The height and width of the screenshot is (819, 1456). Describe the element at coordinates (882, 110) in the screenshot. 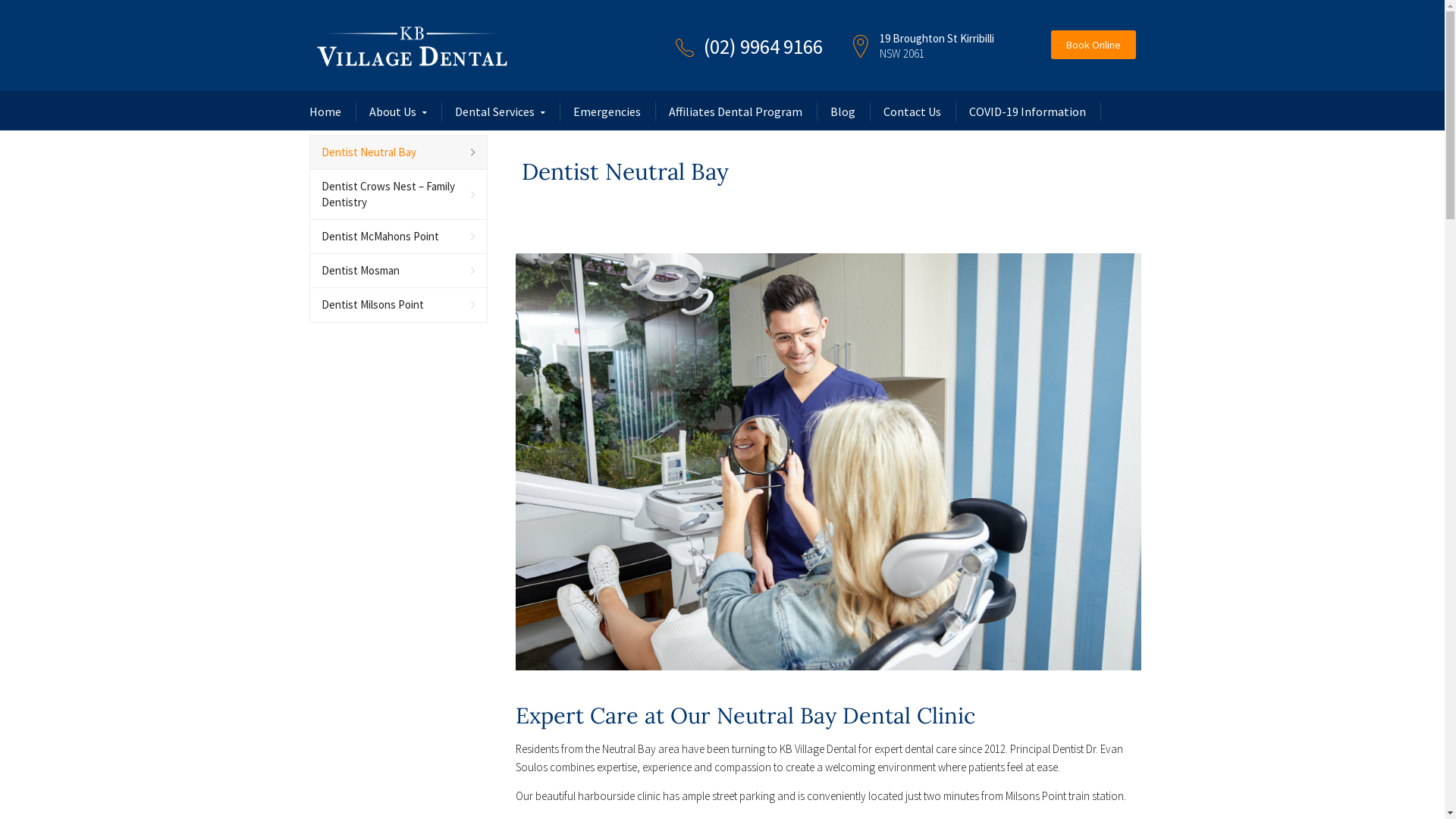

I see `'Contact Us'` at that location.